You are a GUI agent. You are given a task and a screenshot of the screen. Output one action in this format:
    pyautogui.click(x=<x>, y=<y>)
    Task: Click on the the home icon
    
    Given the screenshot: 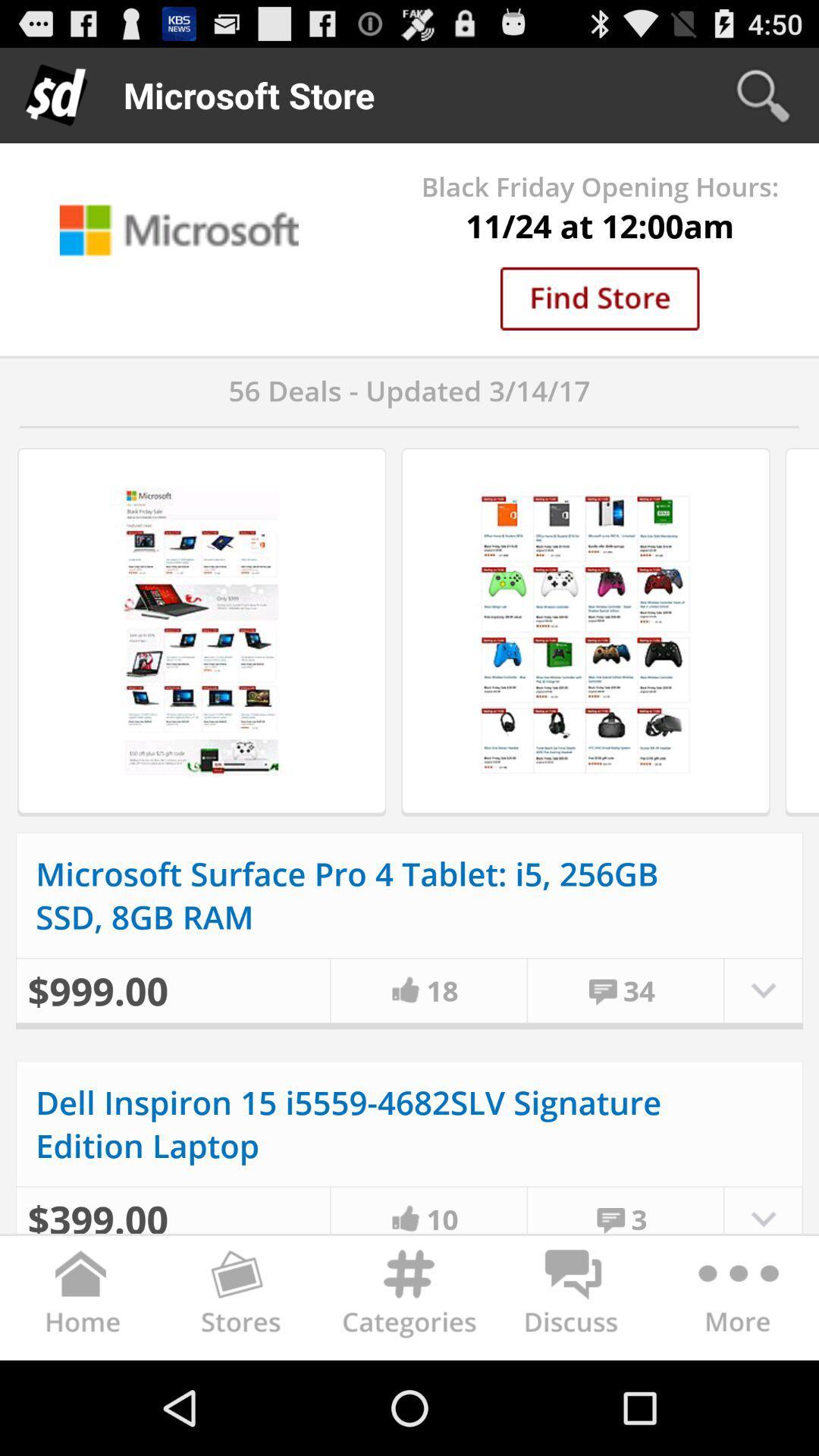 What is the action you would take?
    pyautogui.click(x=82, y=1392)
    